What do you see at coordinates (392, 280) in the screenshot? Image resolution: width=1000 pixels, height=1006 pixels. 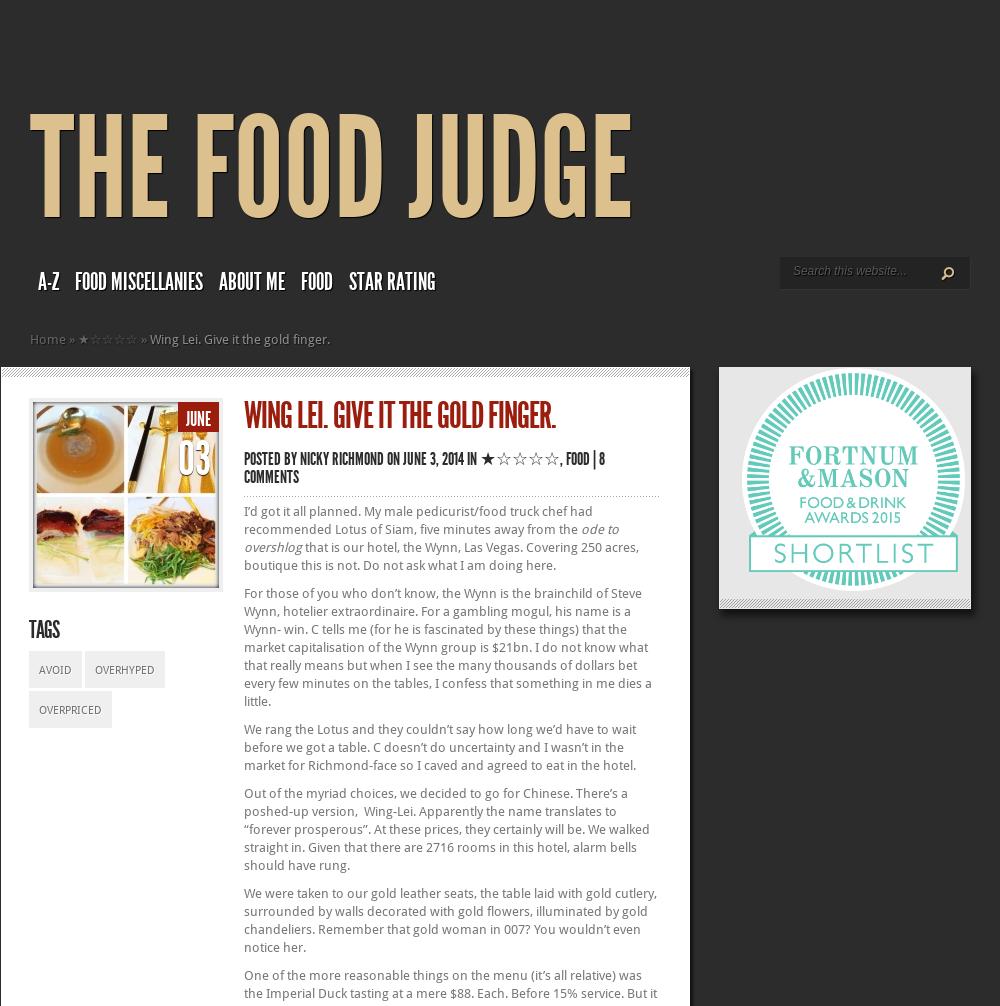 I see `'Star rating'` at bounding box center [392, 280].